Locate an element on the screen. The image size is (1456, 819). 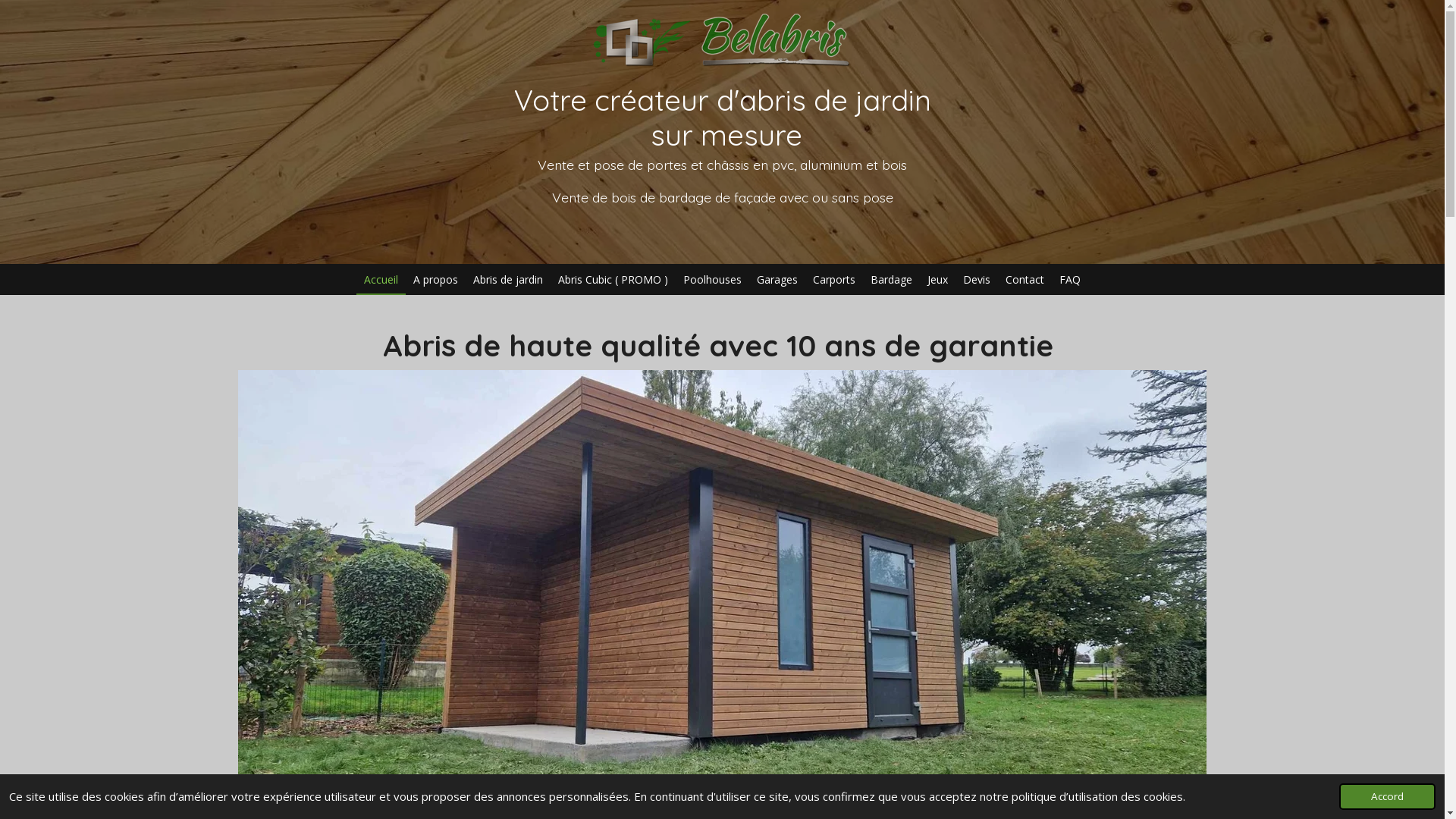
'Bardage' is located at coordinates (891, 278).